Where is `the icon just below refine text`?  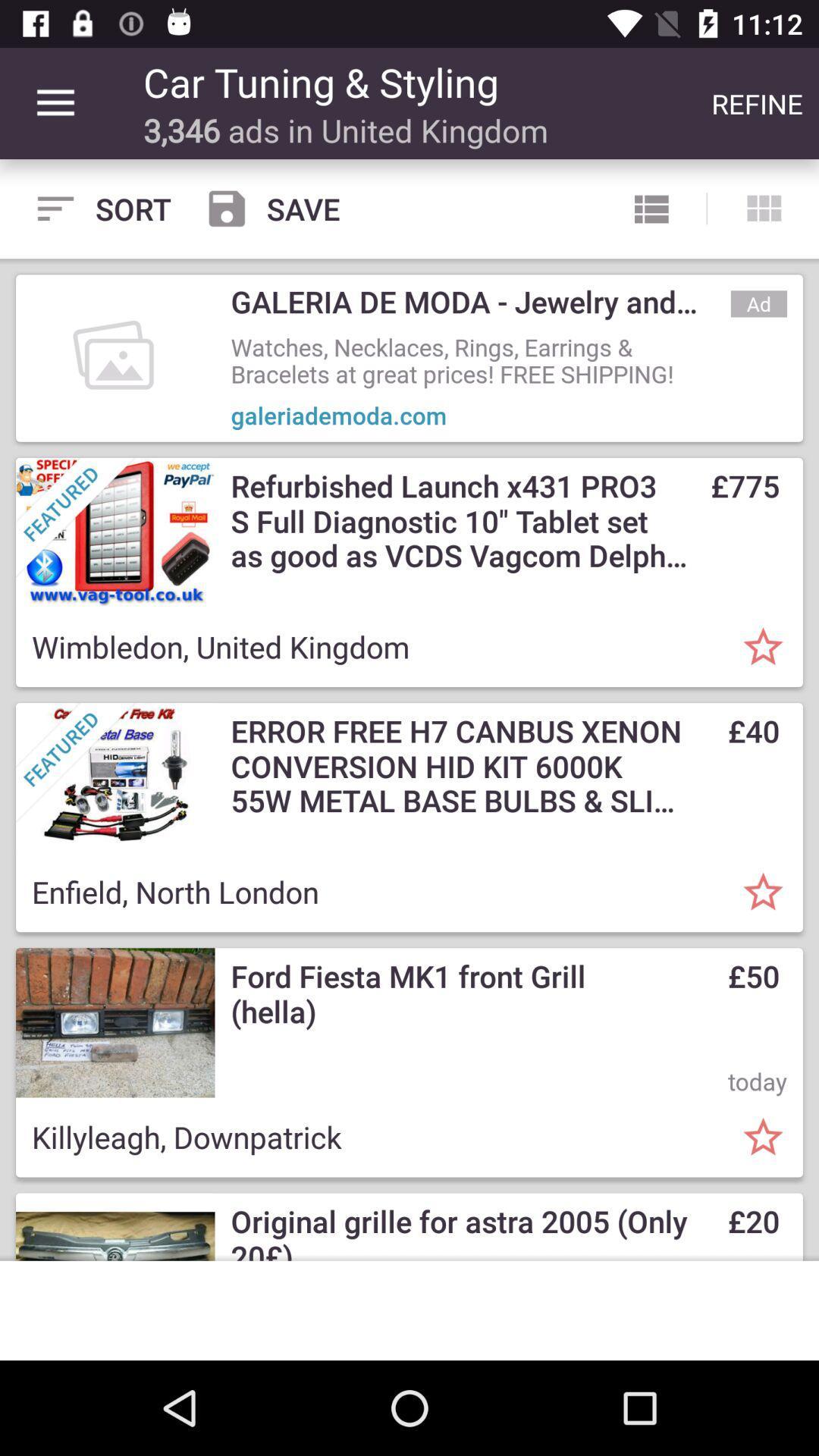 the icon just below refine text is located at coordinates (763, 208).